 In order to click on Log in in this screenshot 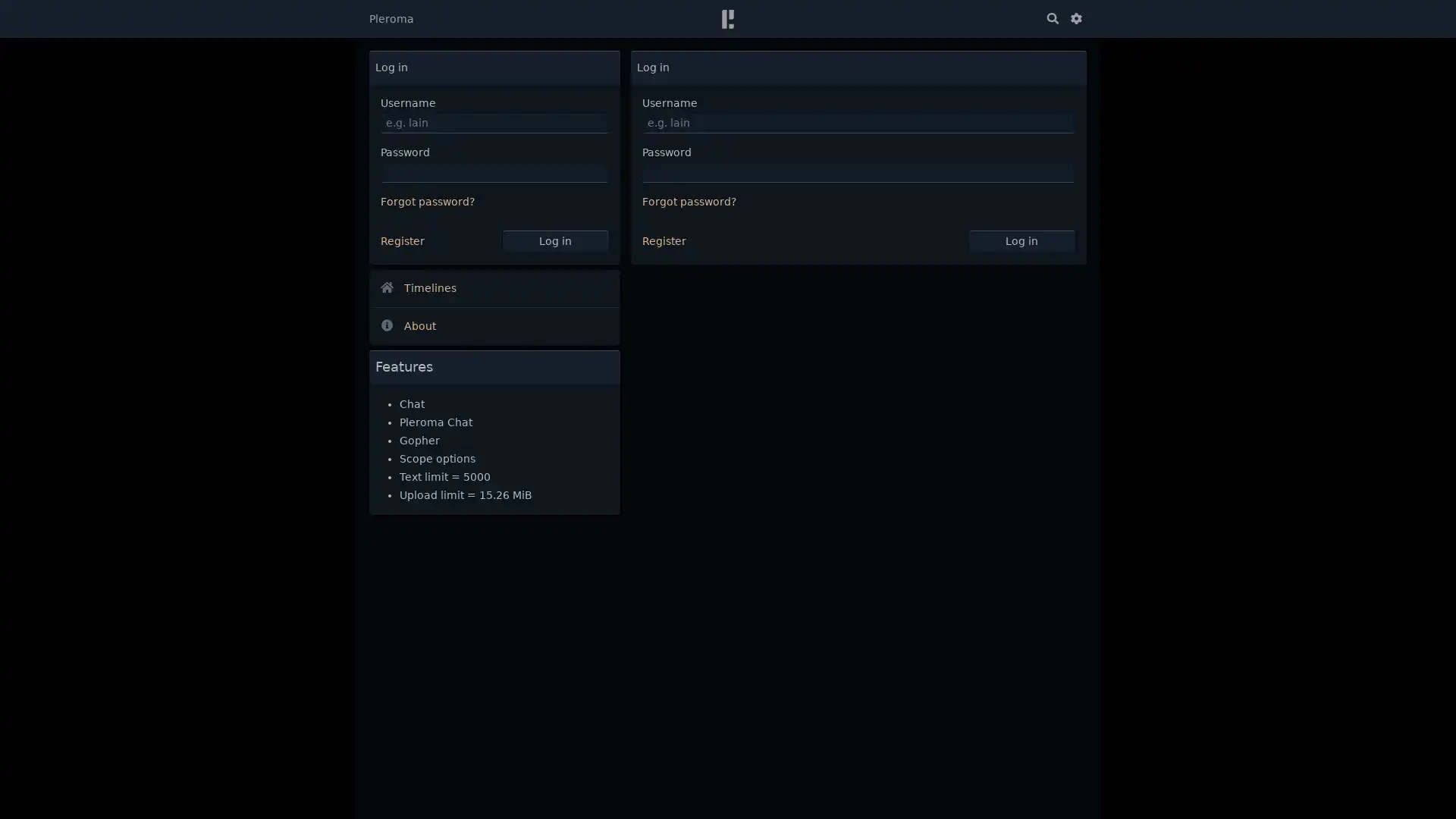, I will do `click(554, 240)`.